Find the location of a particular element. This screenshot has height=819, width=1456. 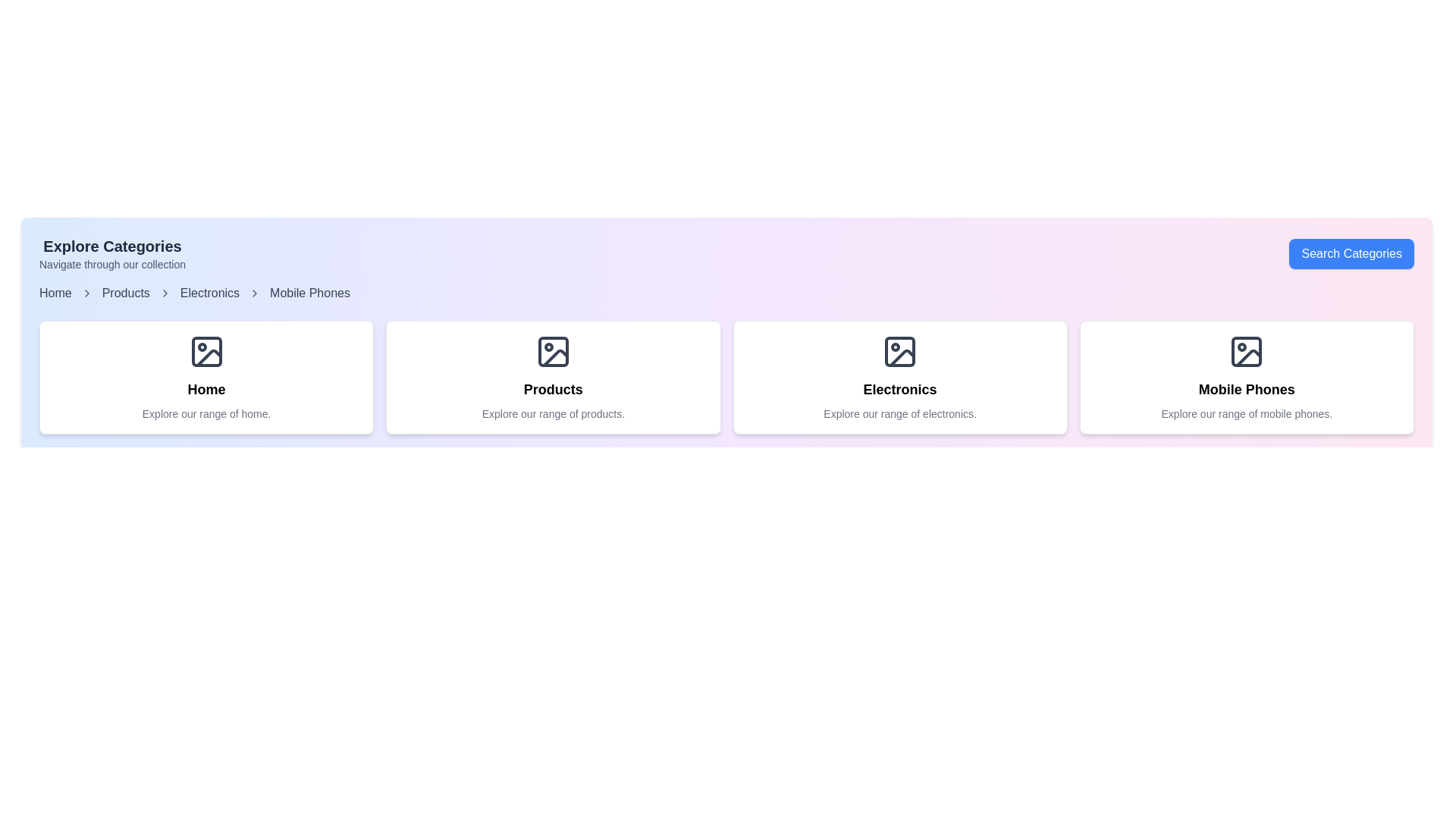

the 'Electronics' clickable link located in the breadcrumb navigation bar, positioned between 'Products' and 'Mobile Phones' is located at coordinates (209, 293).